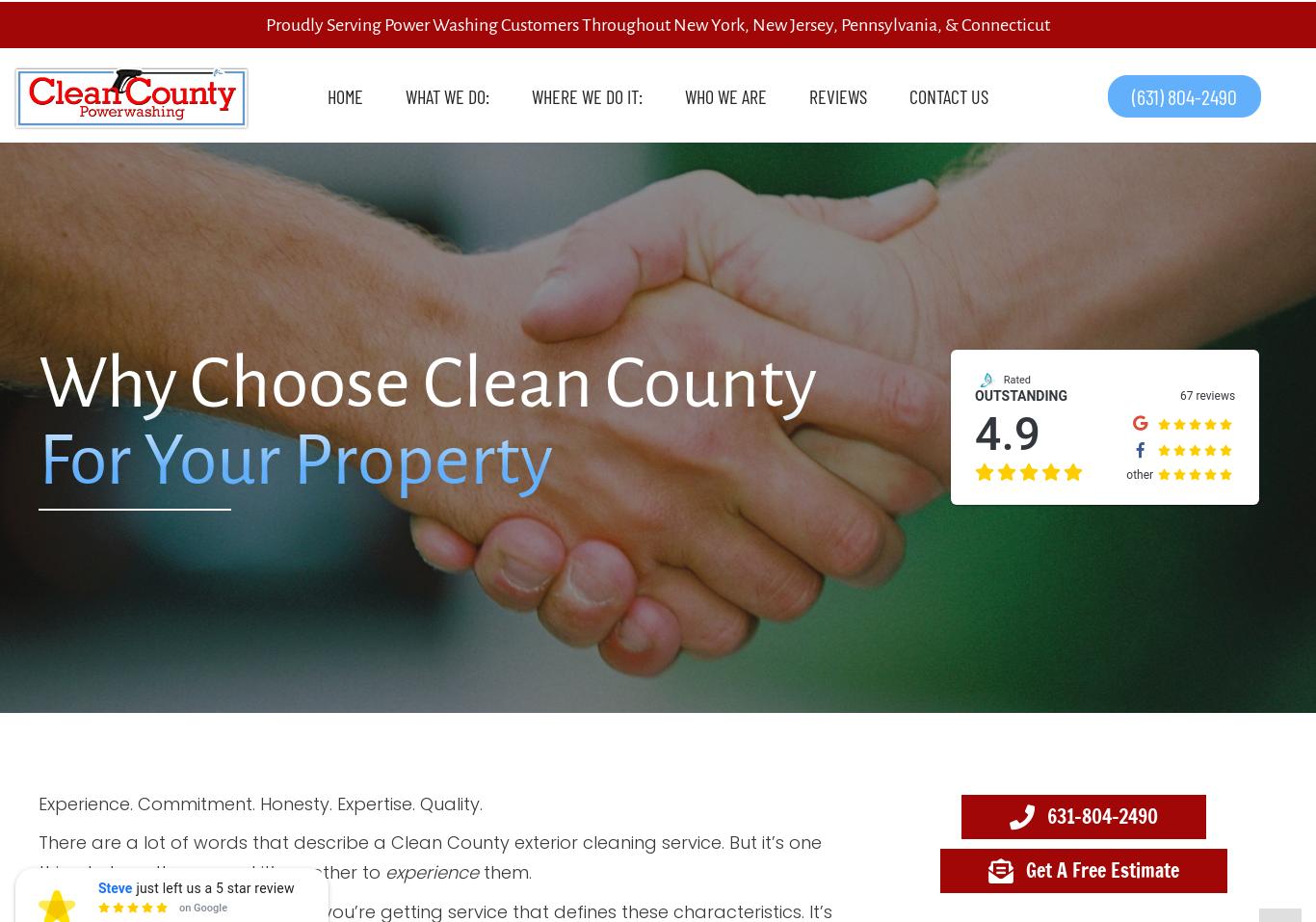  What do you see at coordinates (429, 856) in the screenshot?
I see `'There are a lot of words that describe a Clean County exterior cleaning service. But it’s one thing to hear them – and it’s another to'` at bounding box center [429, 856].